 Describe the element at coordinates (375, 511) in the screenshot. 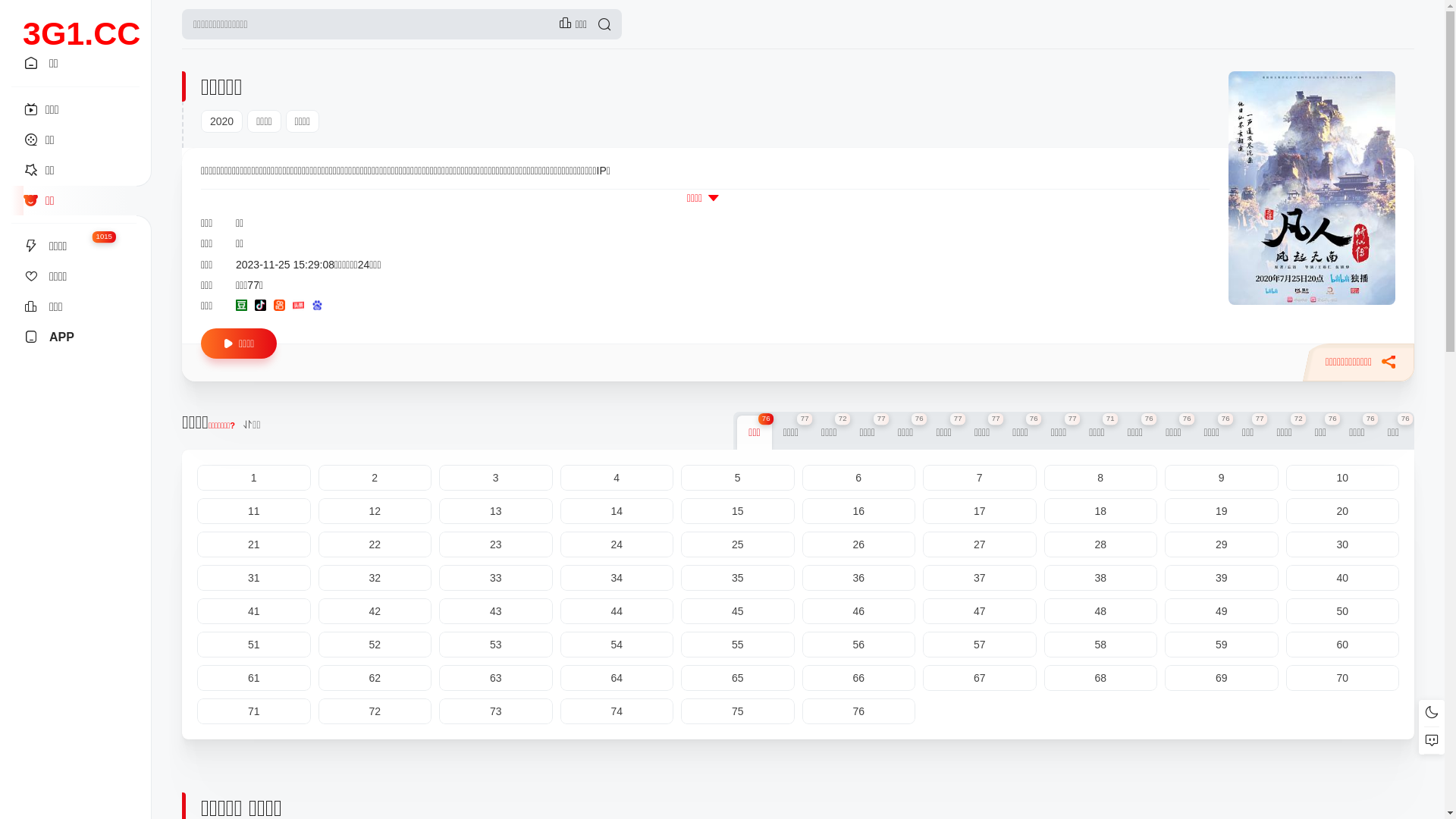

I see `'12'` at that location.